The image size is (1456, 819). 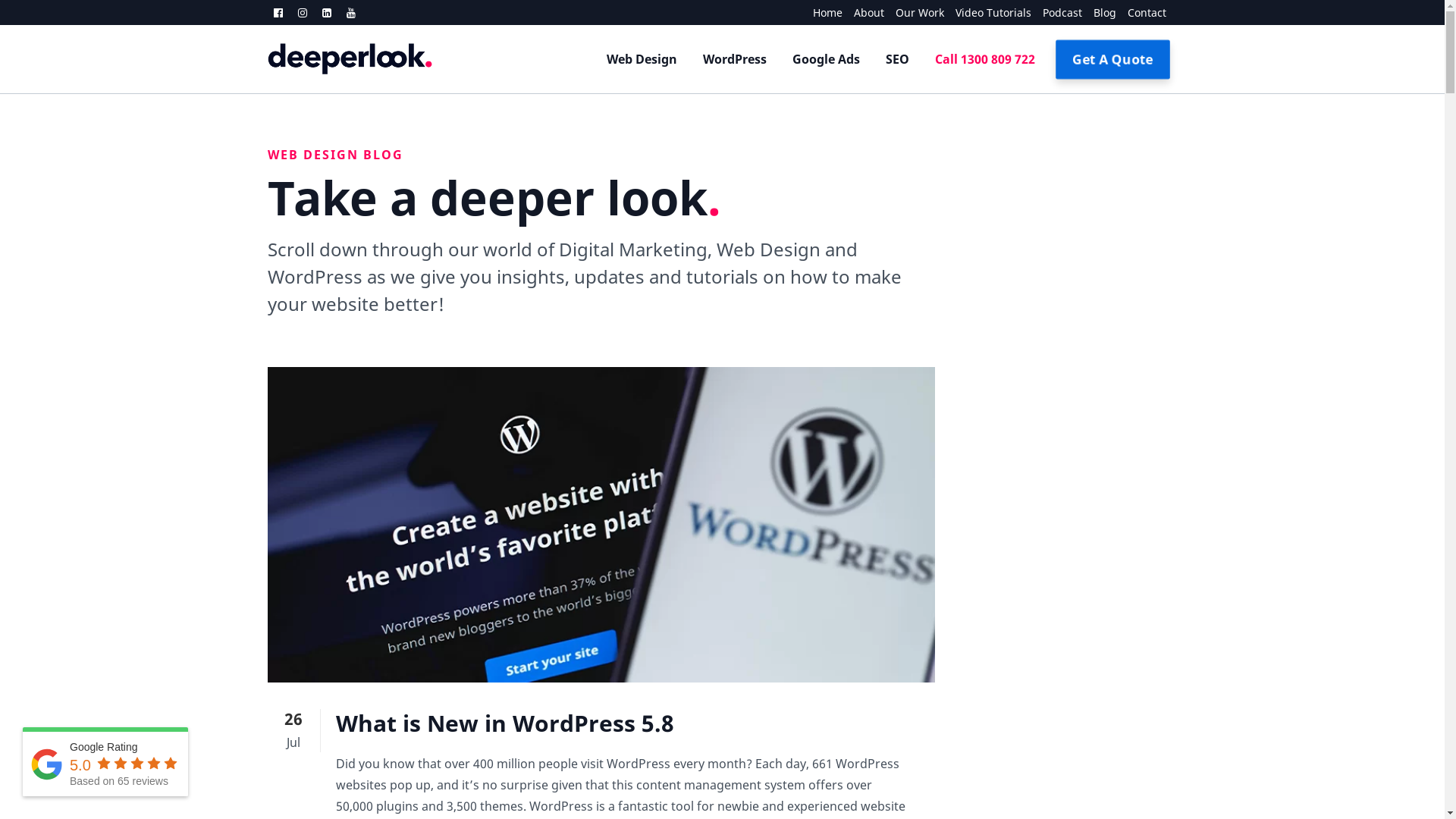 I want to click on 'Get A Quote', so click(x=1059, y=58).